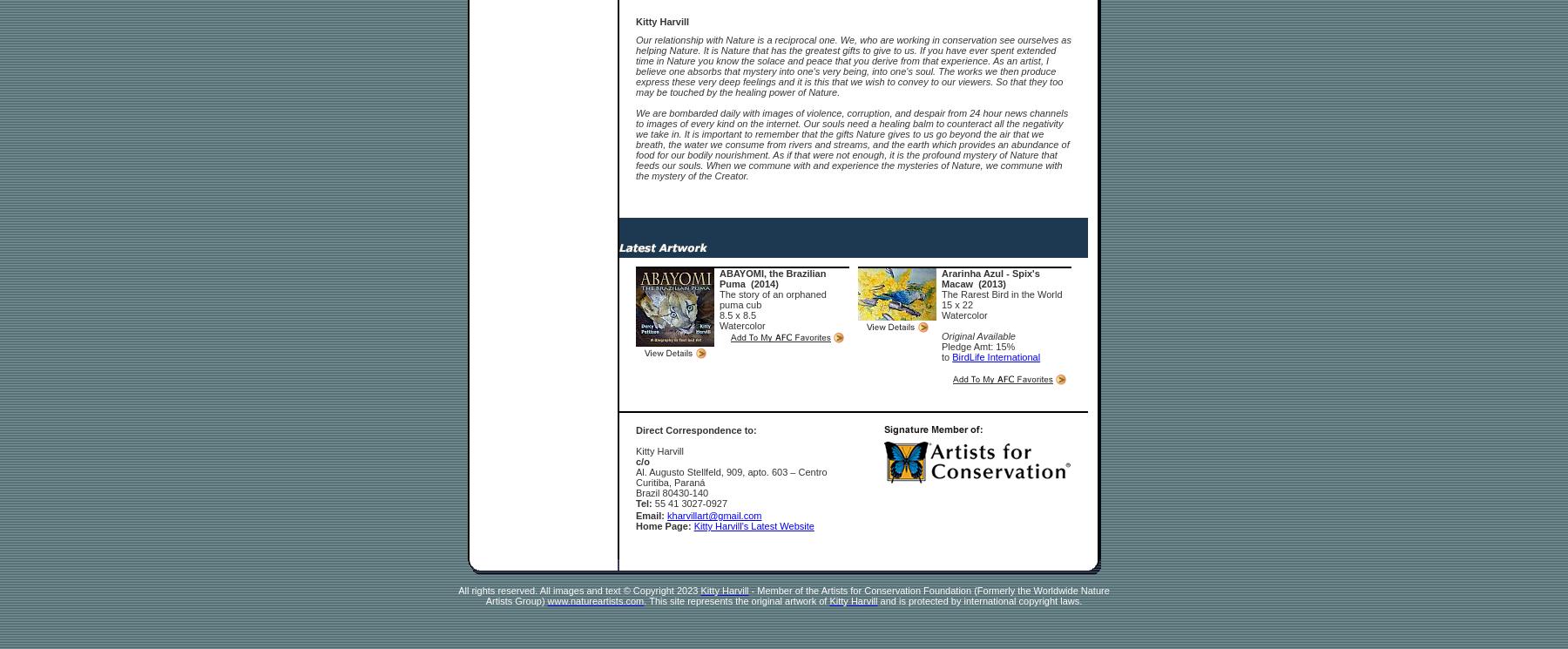  What do you see at coordinates (731, 470) in the screenshot?
I see `'Al. Augusto Stellfeld, 909, apto. 603 – Centro'` at bounding box center [731, 470].